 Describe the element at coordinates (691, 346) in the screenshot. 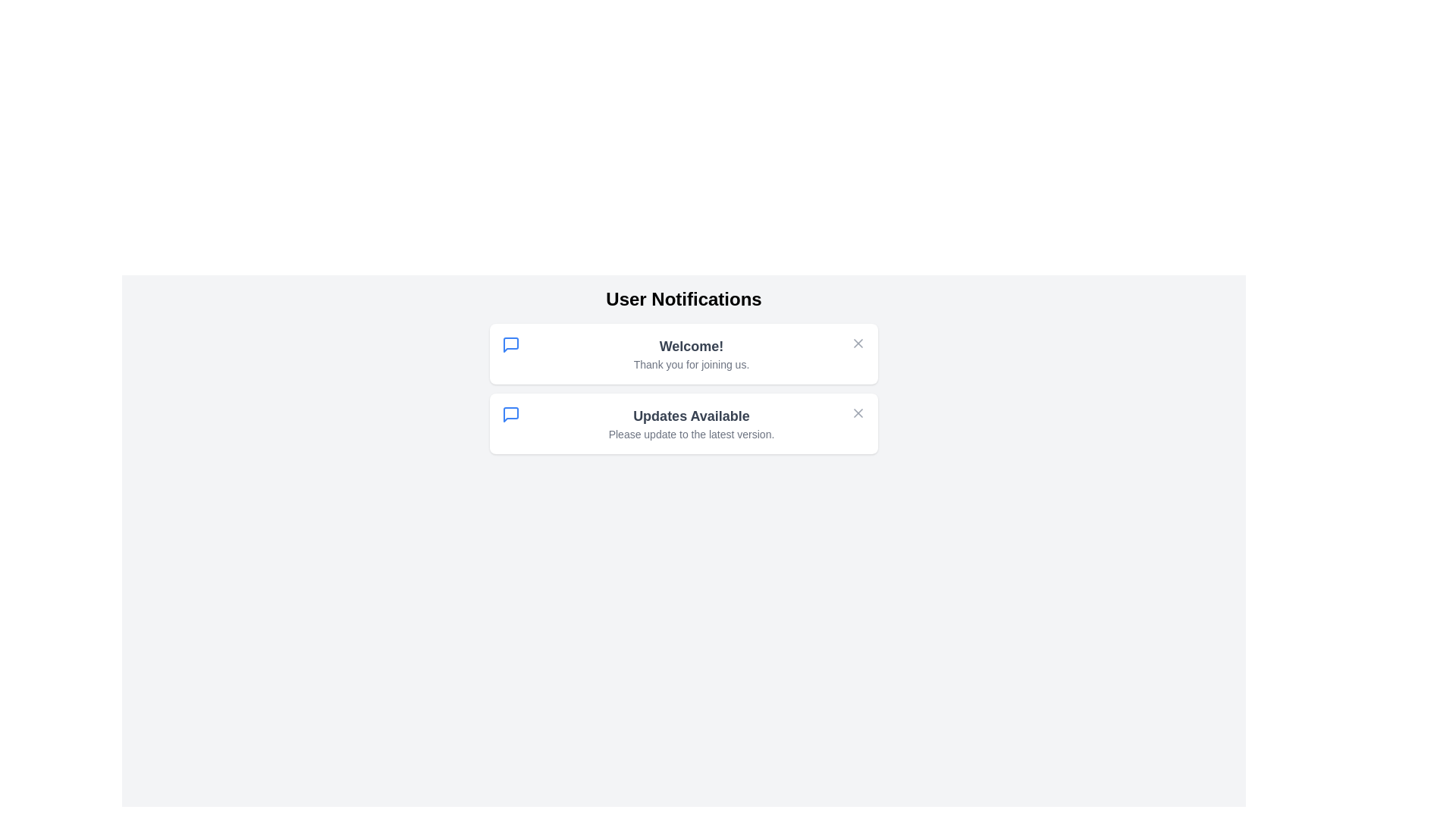

I see `text contents of the Text Label that serves as a greeting in the notification card under the 'User Notifications' section` at that location.